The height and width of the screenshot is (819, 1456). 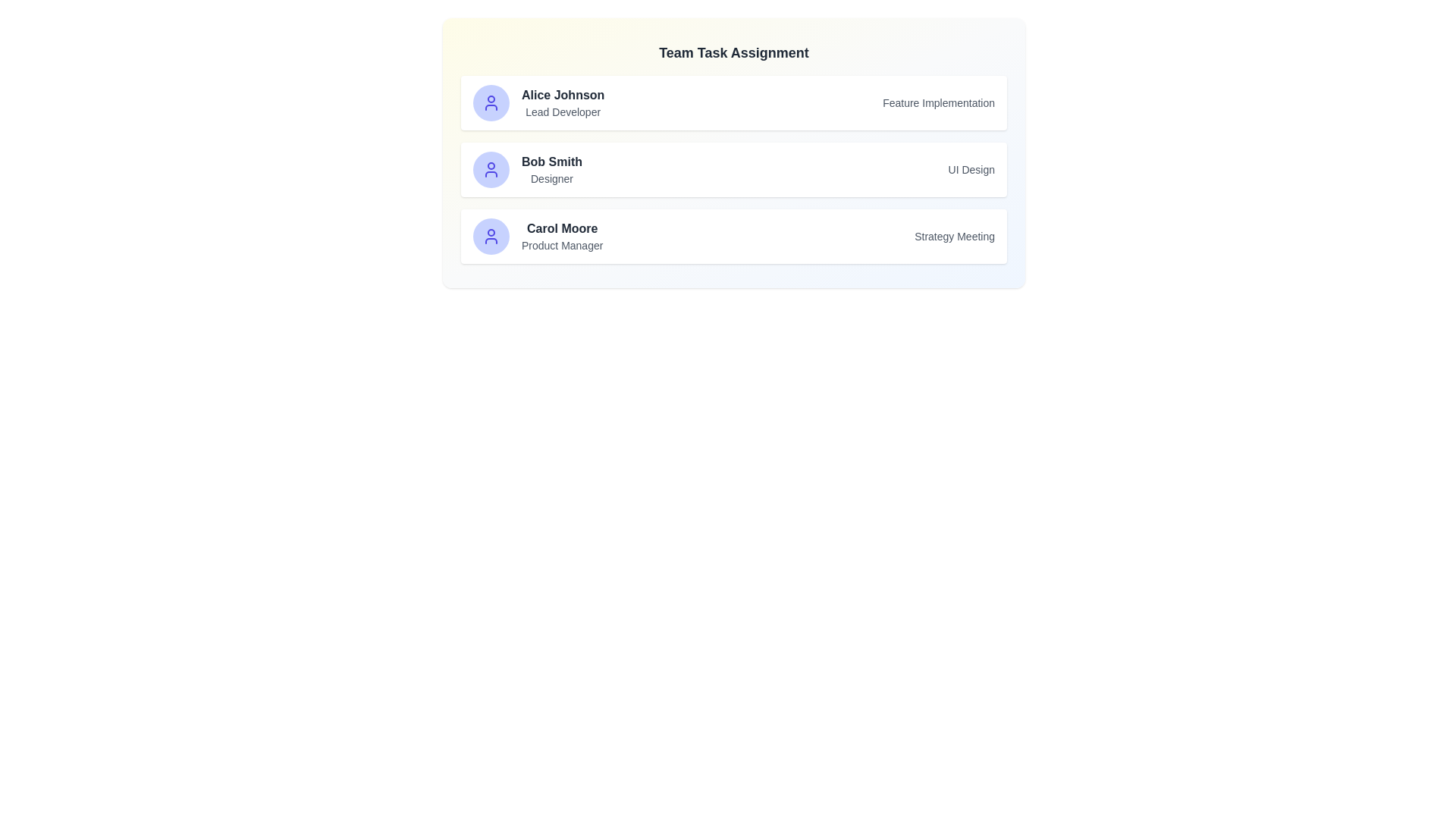 What do you see at coordinates (491, 102) in the screenshot?
I see `the user avatar icon representing 'Alice Johnson' located at the top-left corner of the card` at bounding box center [491, 102].